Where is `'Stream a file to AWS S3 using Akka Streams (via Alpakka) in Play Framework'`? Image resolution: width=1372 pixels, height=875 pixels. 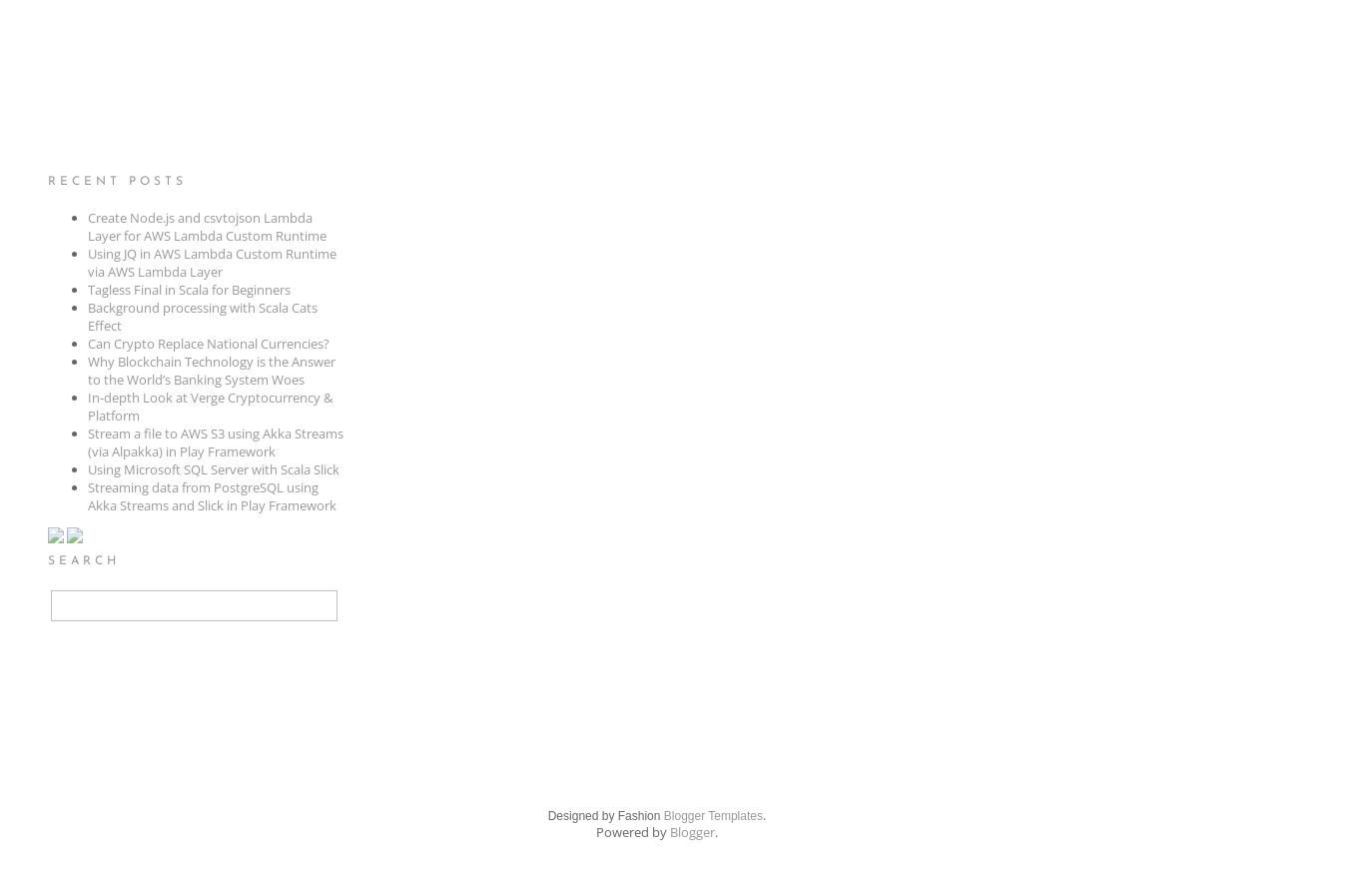
'Stream a file to AWS S3 using Akka Streams (via Alpakka) in Play Framework' is located at coordinates (86, 440).